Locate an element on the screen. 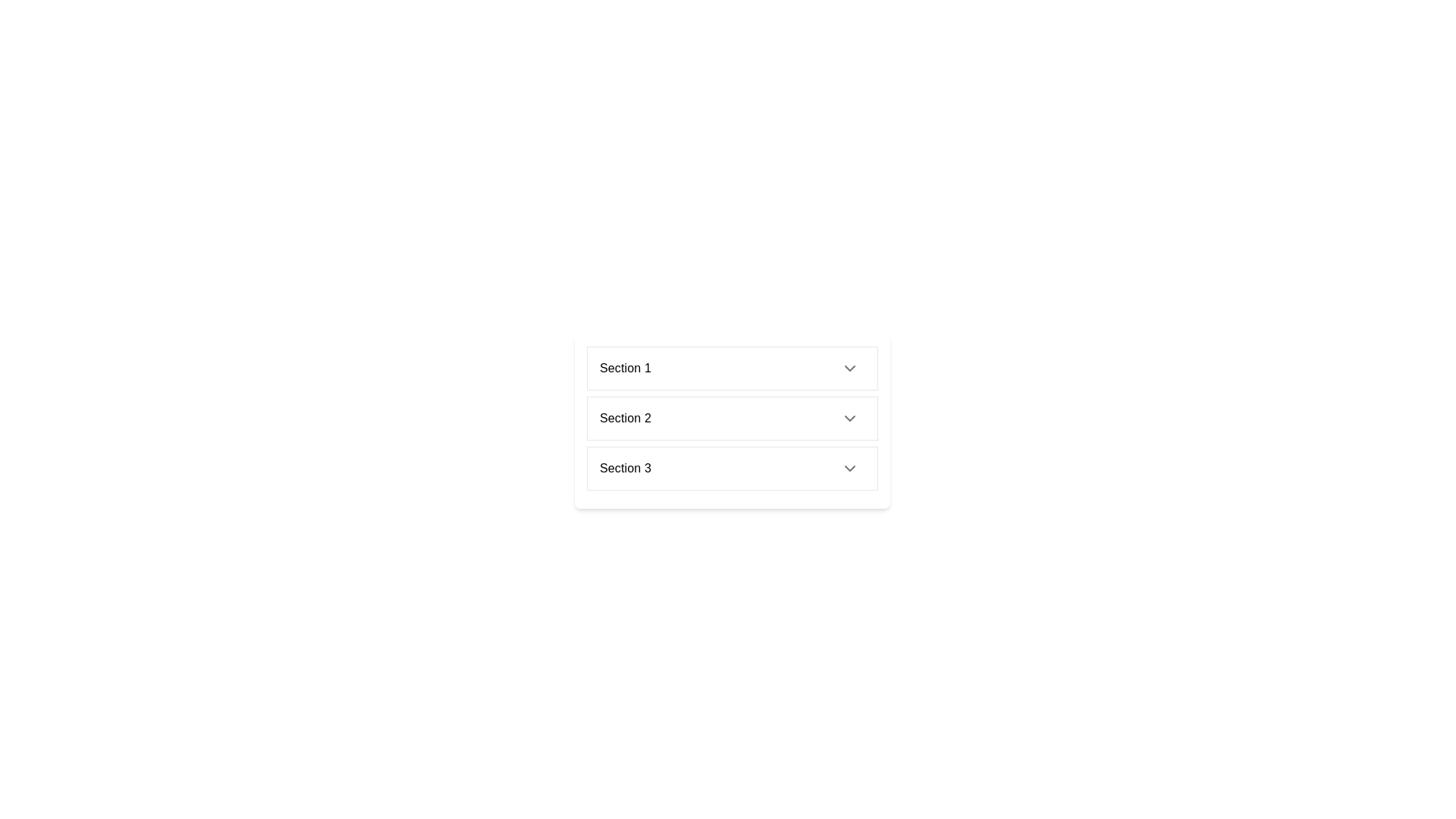  the dropdown button at the right end of 'Section 2' is located at coordinates (850, 418).